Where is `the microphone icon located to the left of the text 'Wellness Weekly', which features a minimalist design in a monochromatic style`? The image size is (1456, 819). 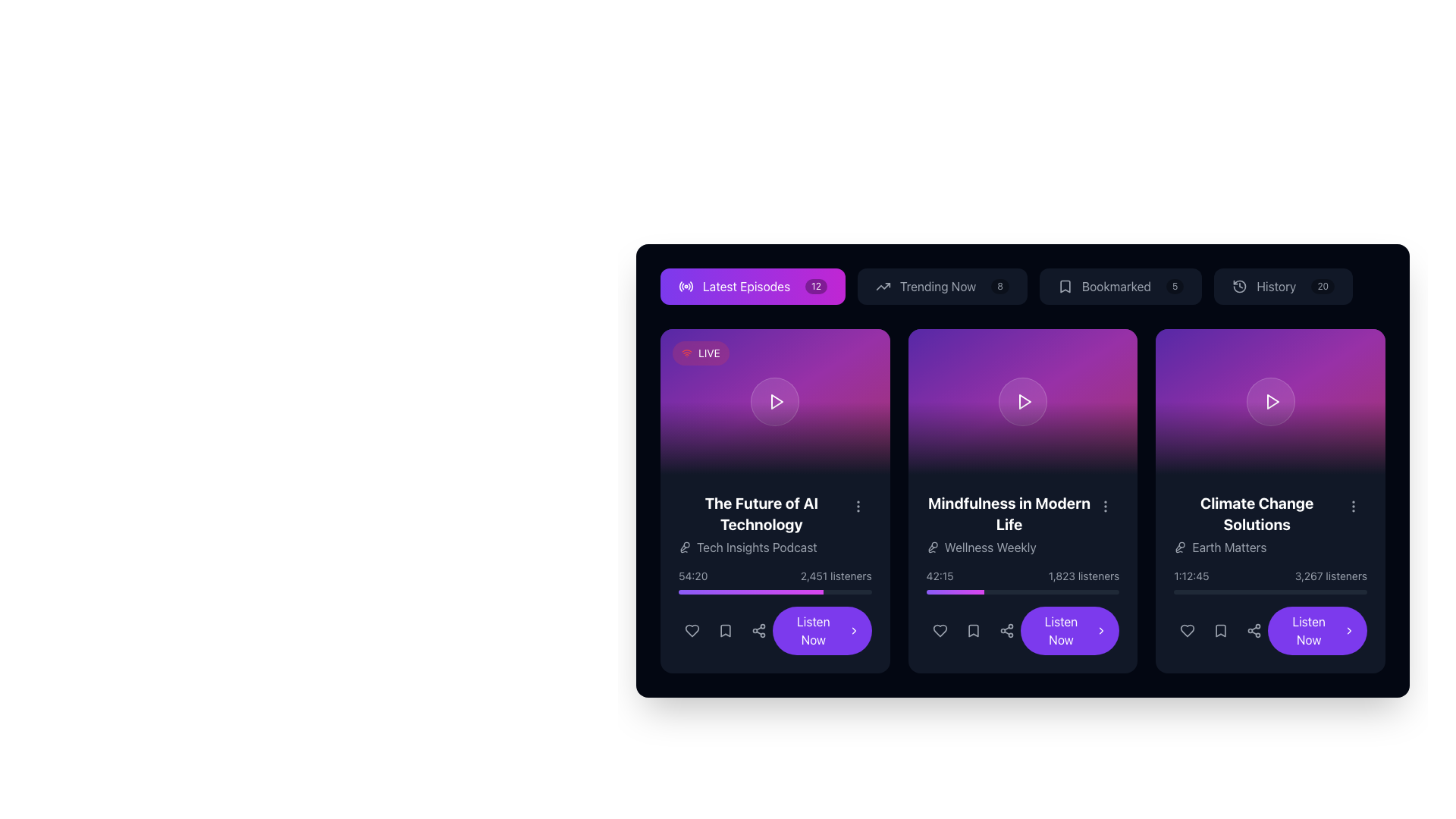
the microphone icon located to the left of the text 'Wellness Weekly', which features a minimalist design in a monochromatic style is located at coordinates (931, 547).